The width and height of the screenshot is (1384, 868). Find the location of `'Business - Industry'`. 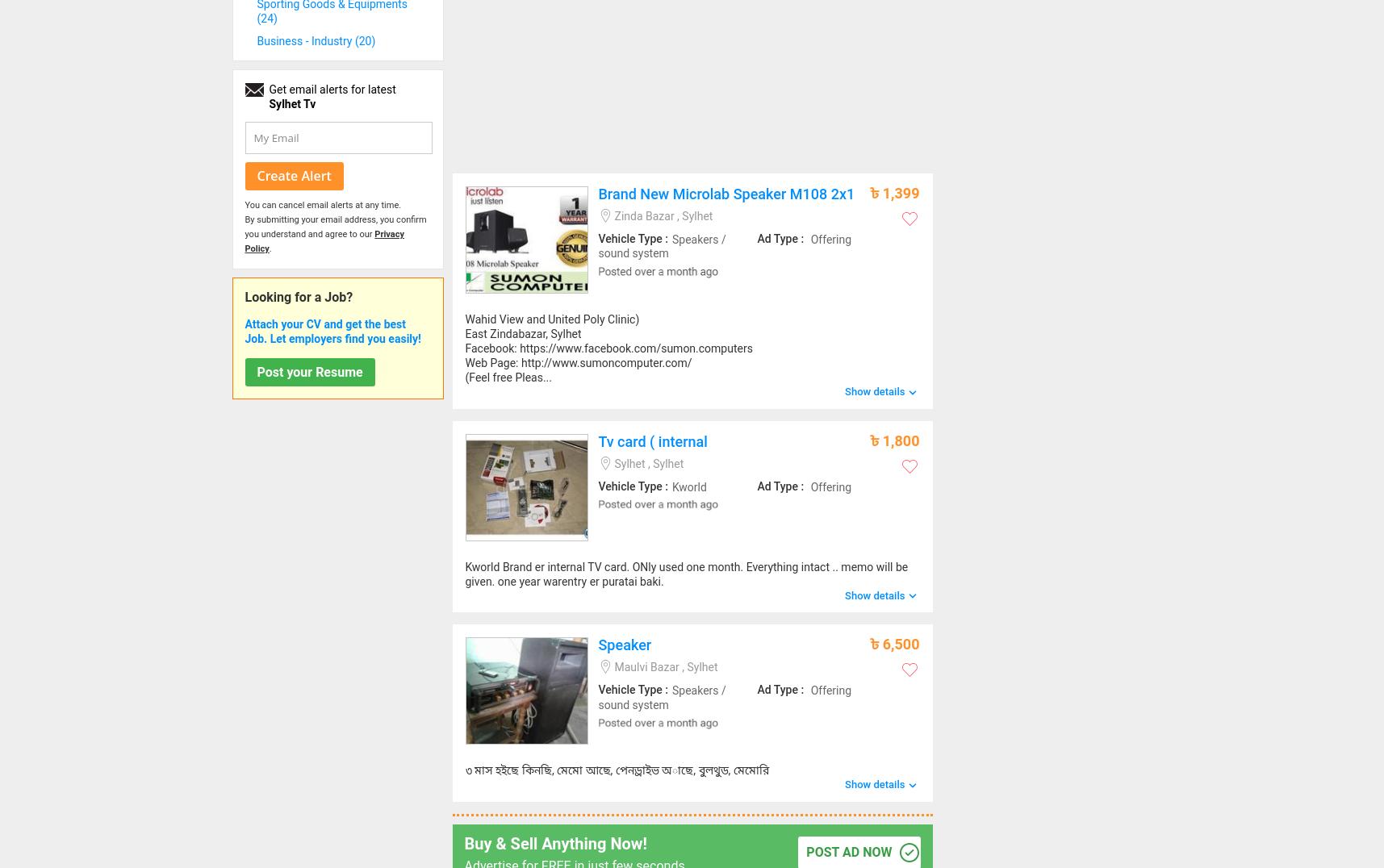

'Business - Industry' is located at coordinates (305, 41).